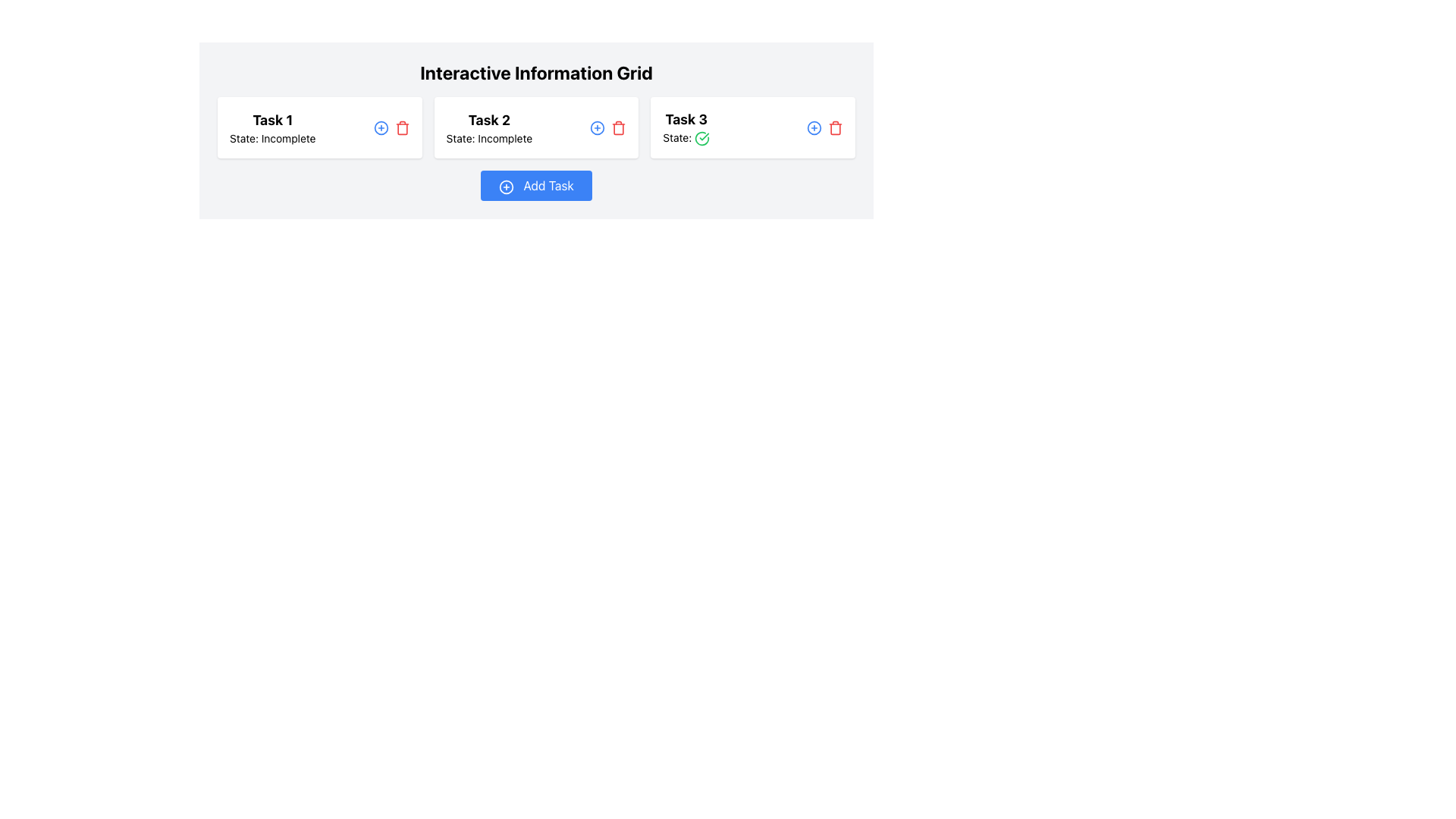  What do you see at coordinates (701, 139) in the screenshot?
I see `the circular green icon with a check mark inside it, located to the right of the text 'State:' within the 'Task 3' box` at bounding box center [701, 139].